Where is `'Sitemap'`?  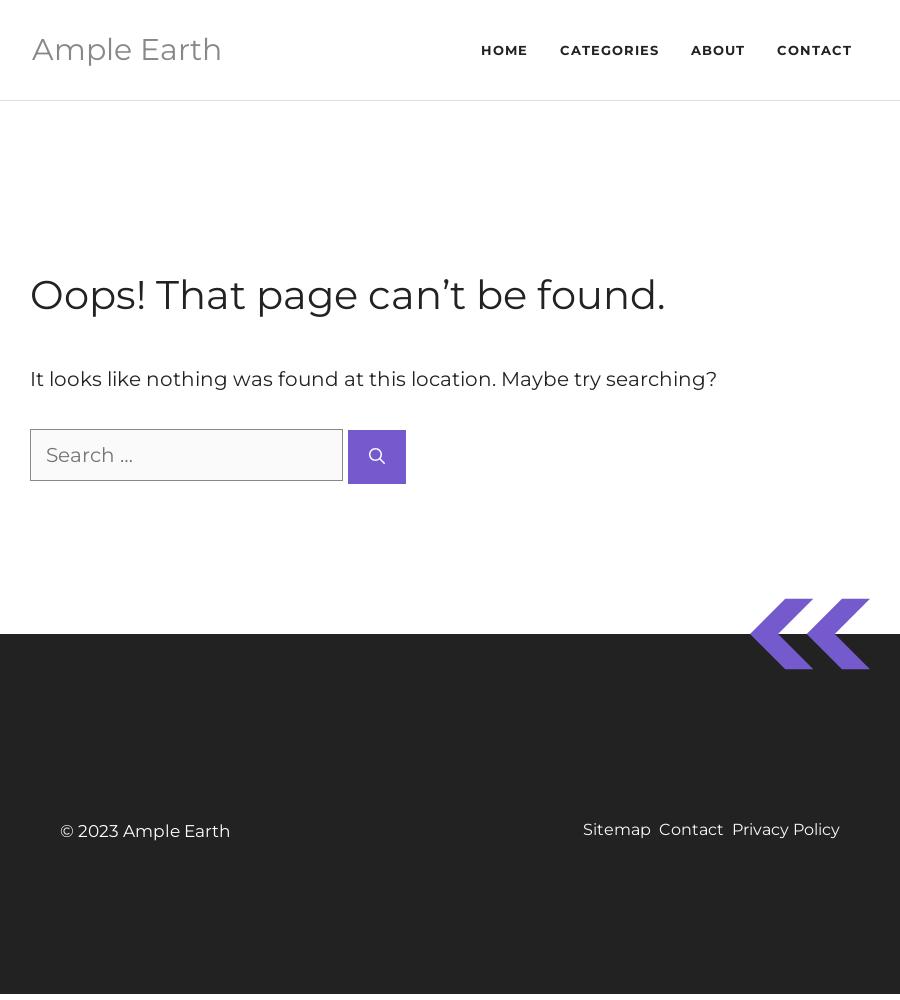
'Sitemap' is located at coordinates (617, 828).